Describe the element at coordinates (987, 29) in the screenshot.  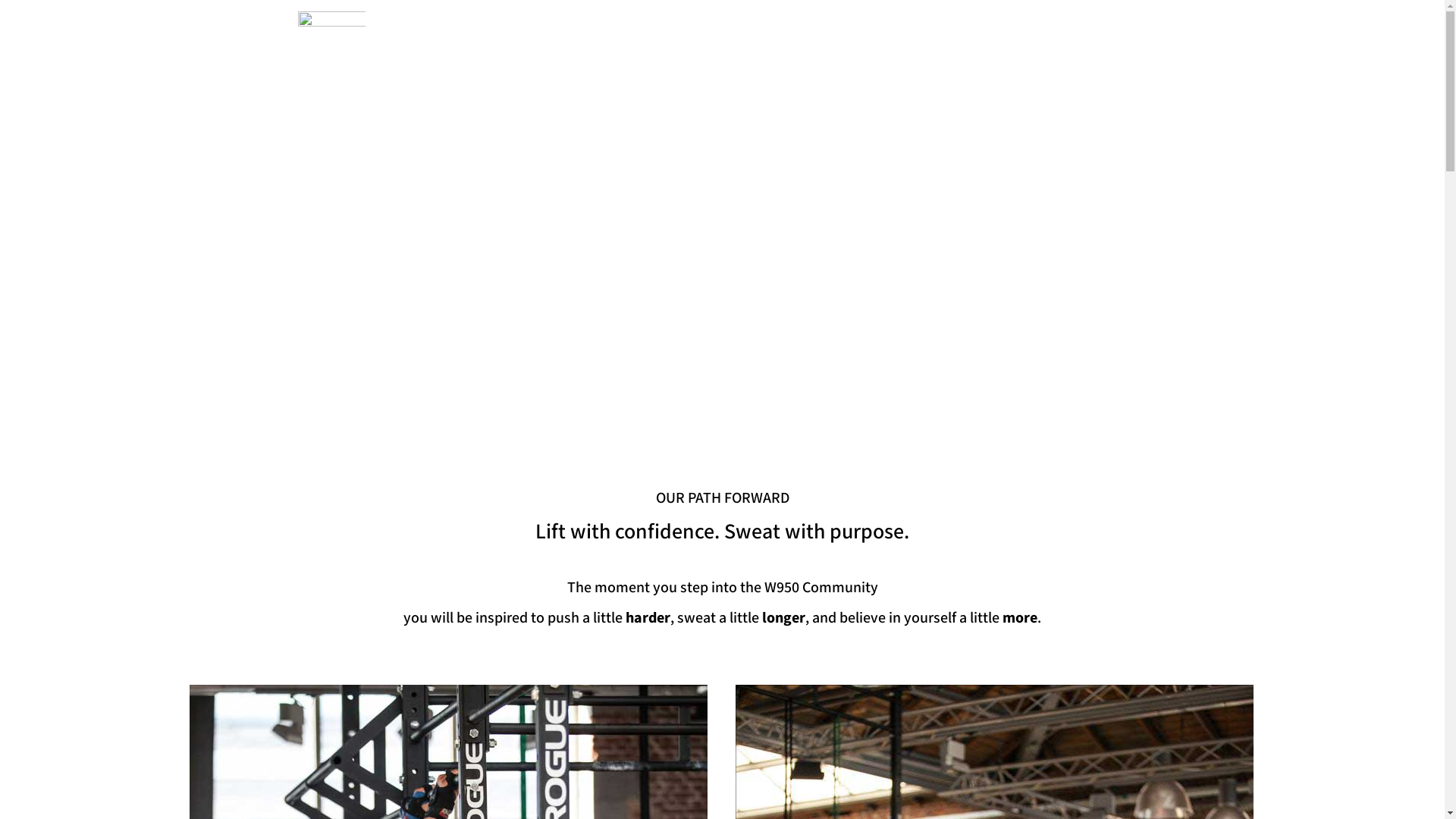
I see `'KIDS'` at that location.